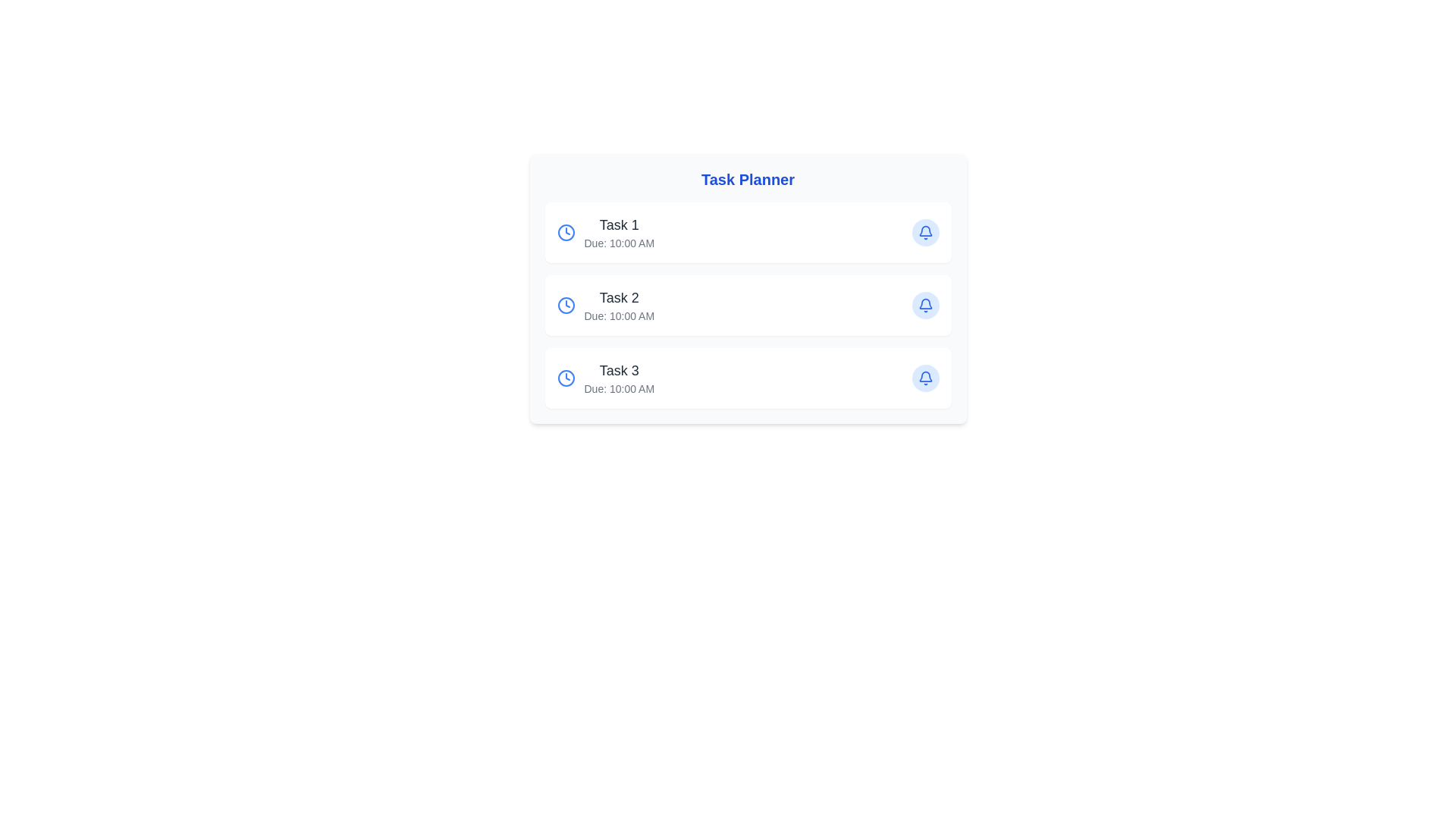  I want to click on the inner circle of the clock icon, which is a circular outline drawn with a thin line and a blue color fill, located to the left of the 'Task 1' entry in the task list, so click(565, 305).